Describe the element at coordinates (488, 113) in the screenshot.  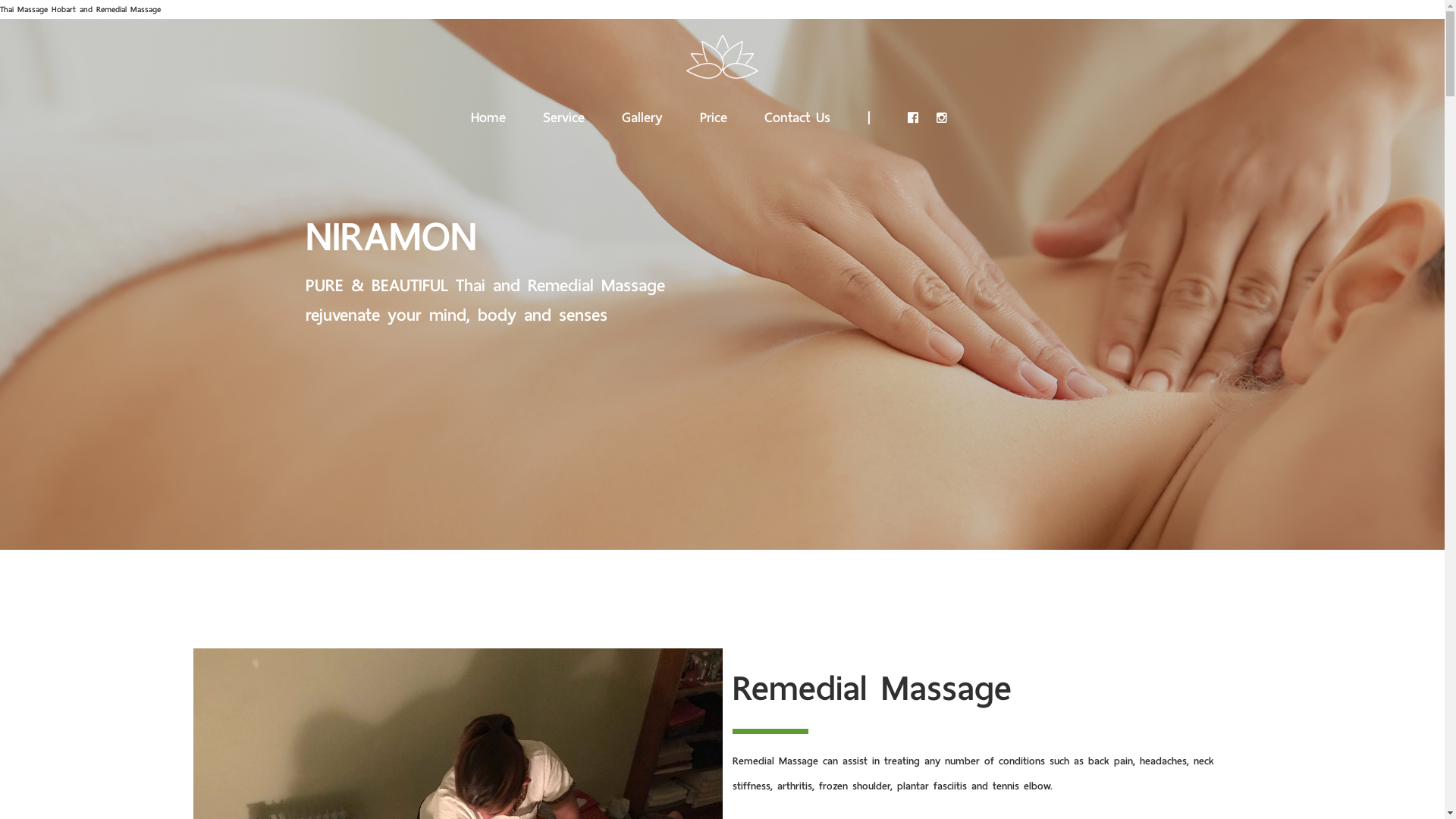
I see `'Home'` at that location.